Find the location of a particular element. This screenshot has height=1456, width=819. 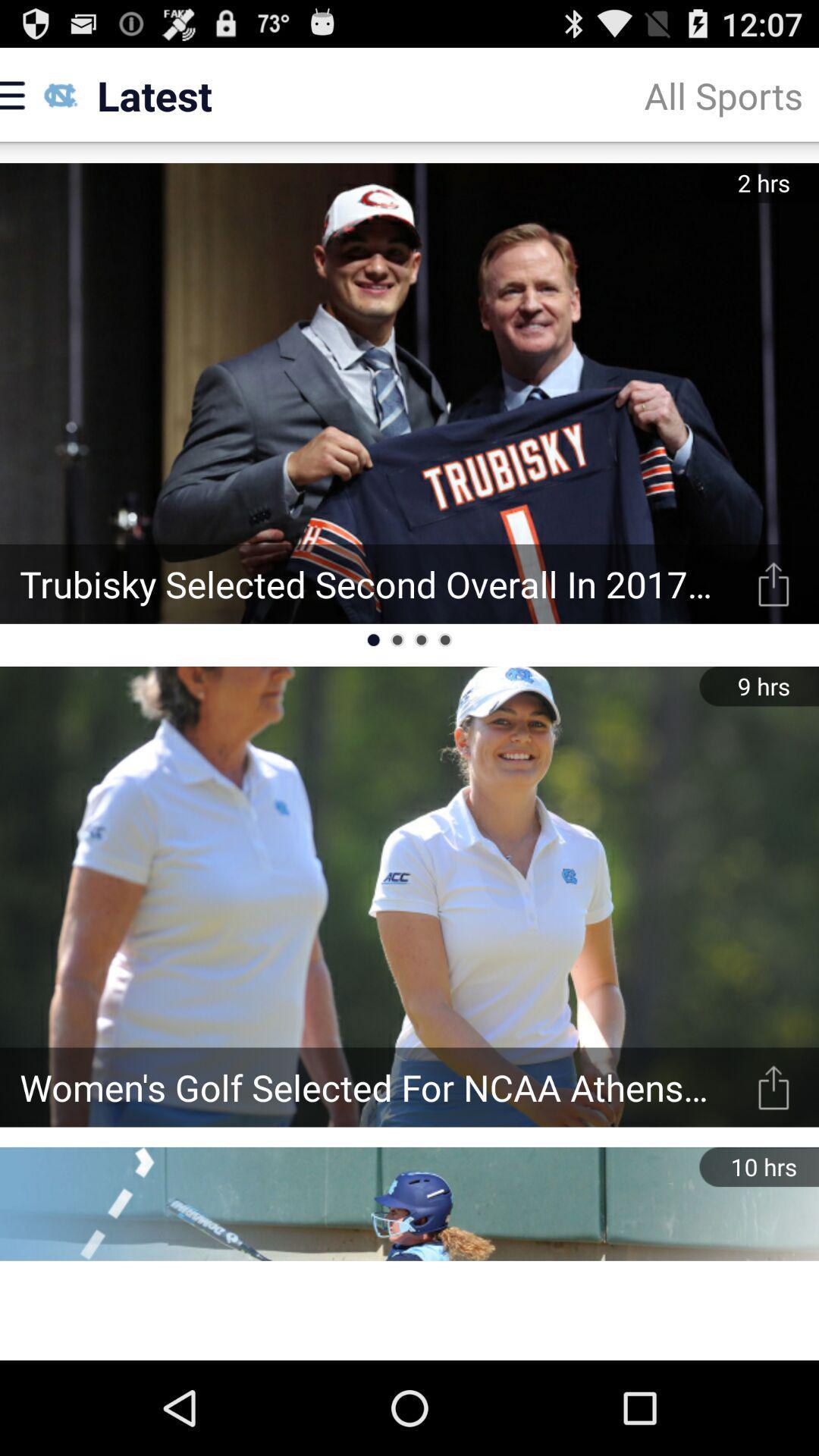

the all sports is located at coordinates (723, 94).